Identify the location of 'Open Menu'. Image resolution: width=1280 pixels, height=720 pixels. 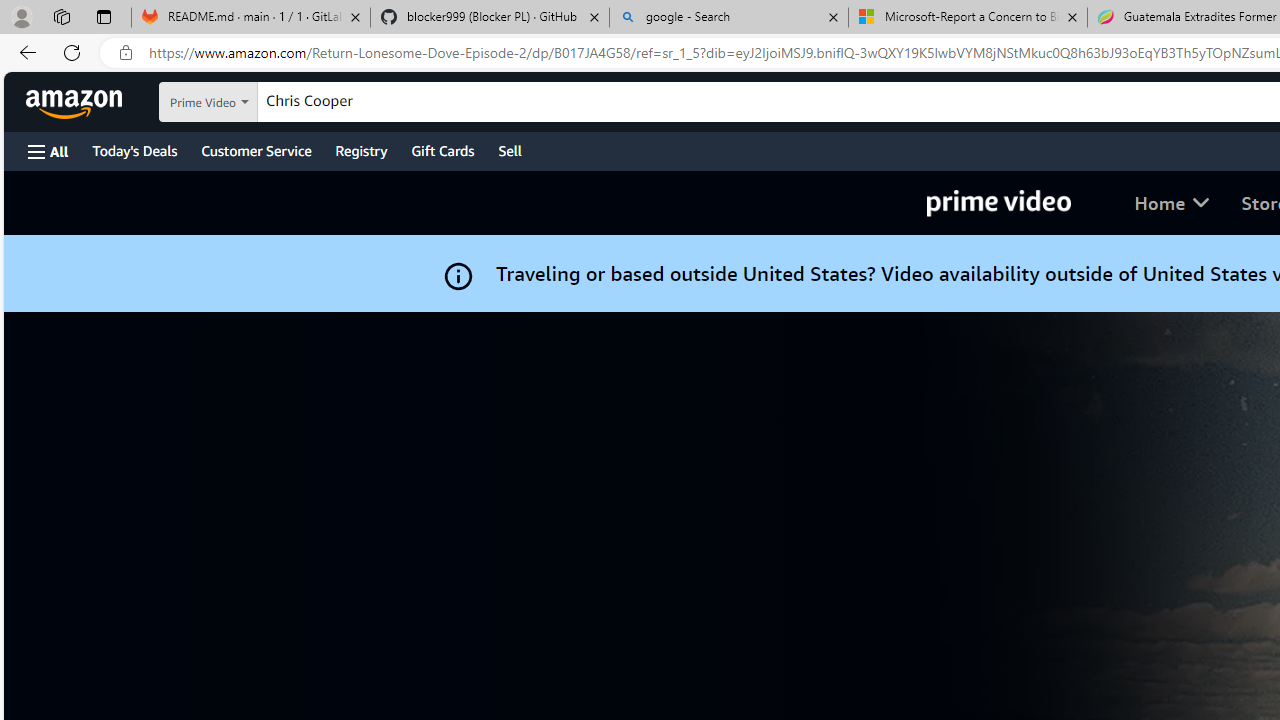
(48, 150).